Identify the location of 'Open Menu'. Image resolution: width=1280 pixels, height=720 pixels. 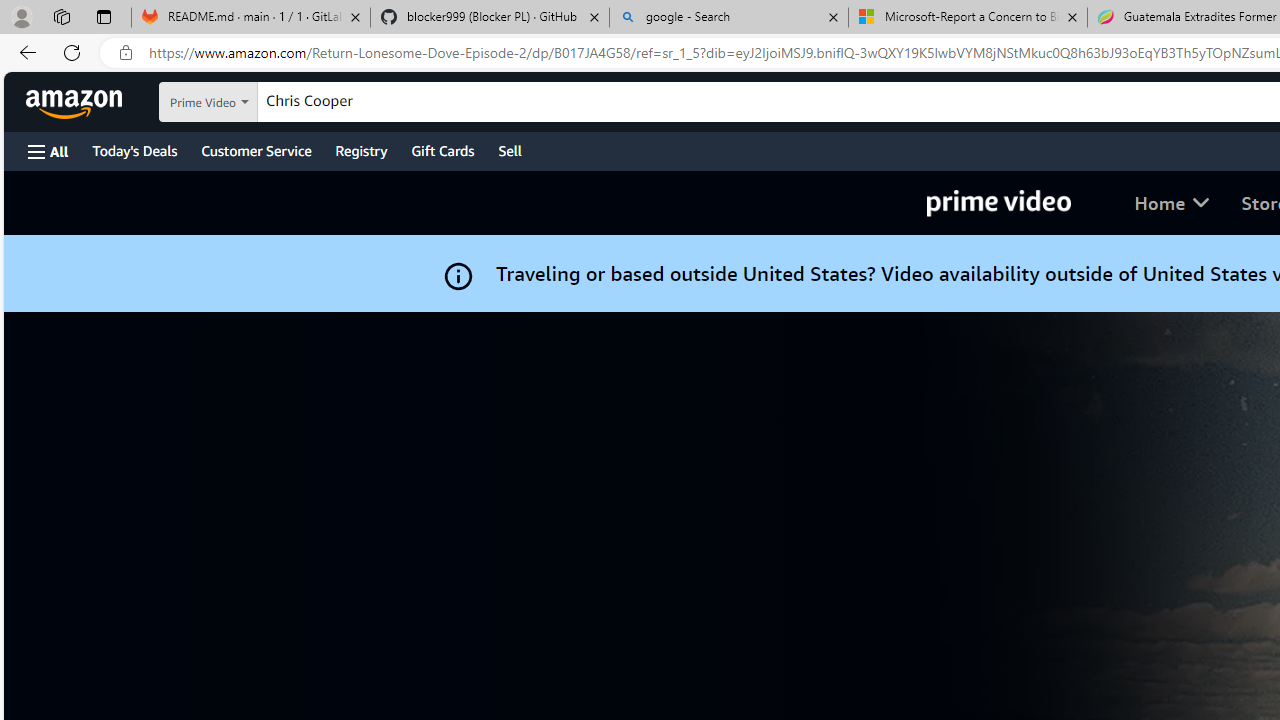
(48, 150).